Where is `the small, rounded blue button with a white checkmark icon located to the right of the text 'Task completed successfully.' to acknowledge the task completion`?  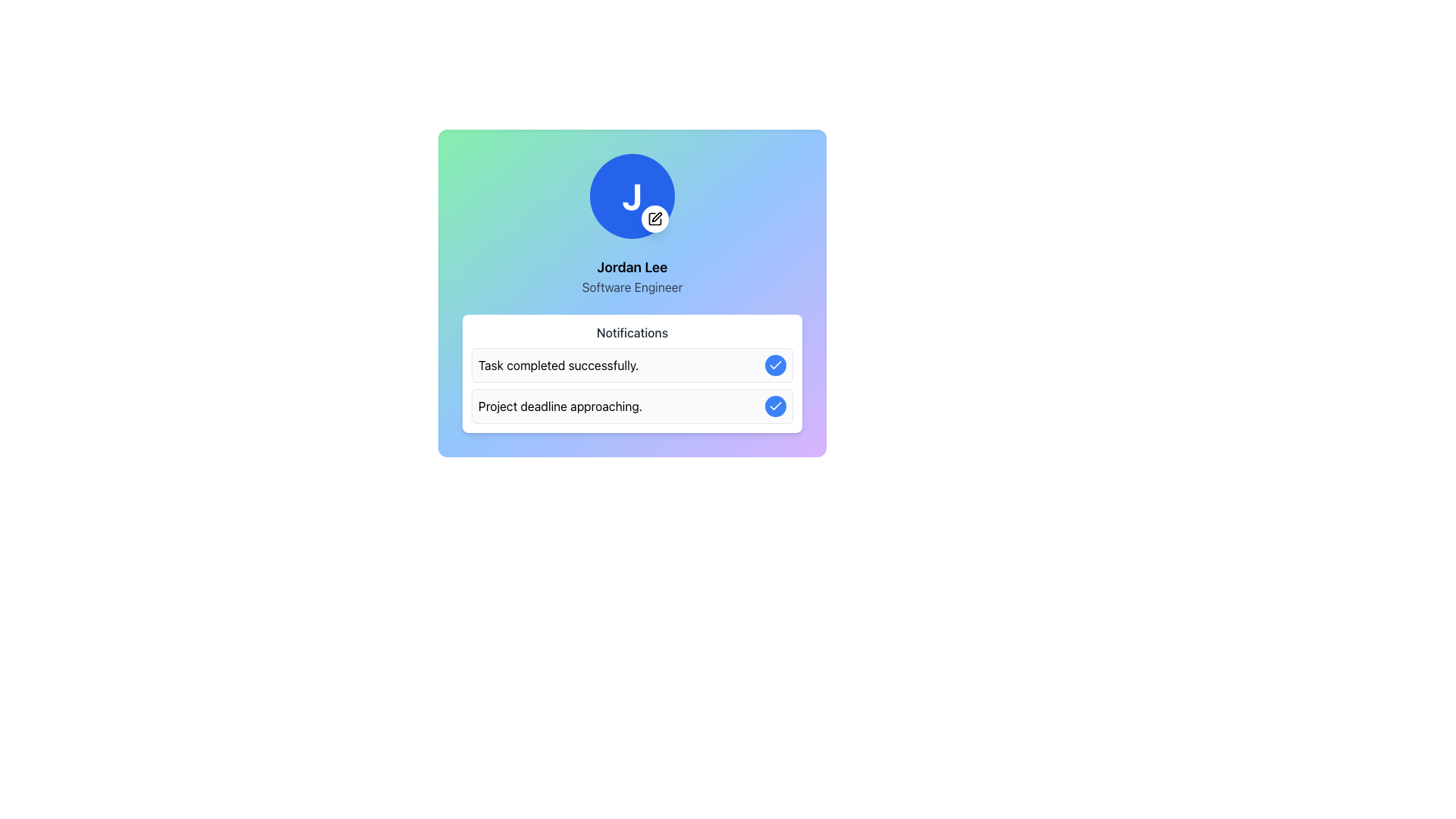
the small, rounded blue button with a white checkmark icon located to the right of the text 'Task completed successfully.' to acknowledge the task completion is located at coordinates (775, 366).